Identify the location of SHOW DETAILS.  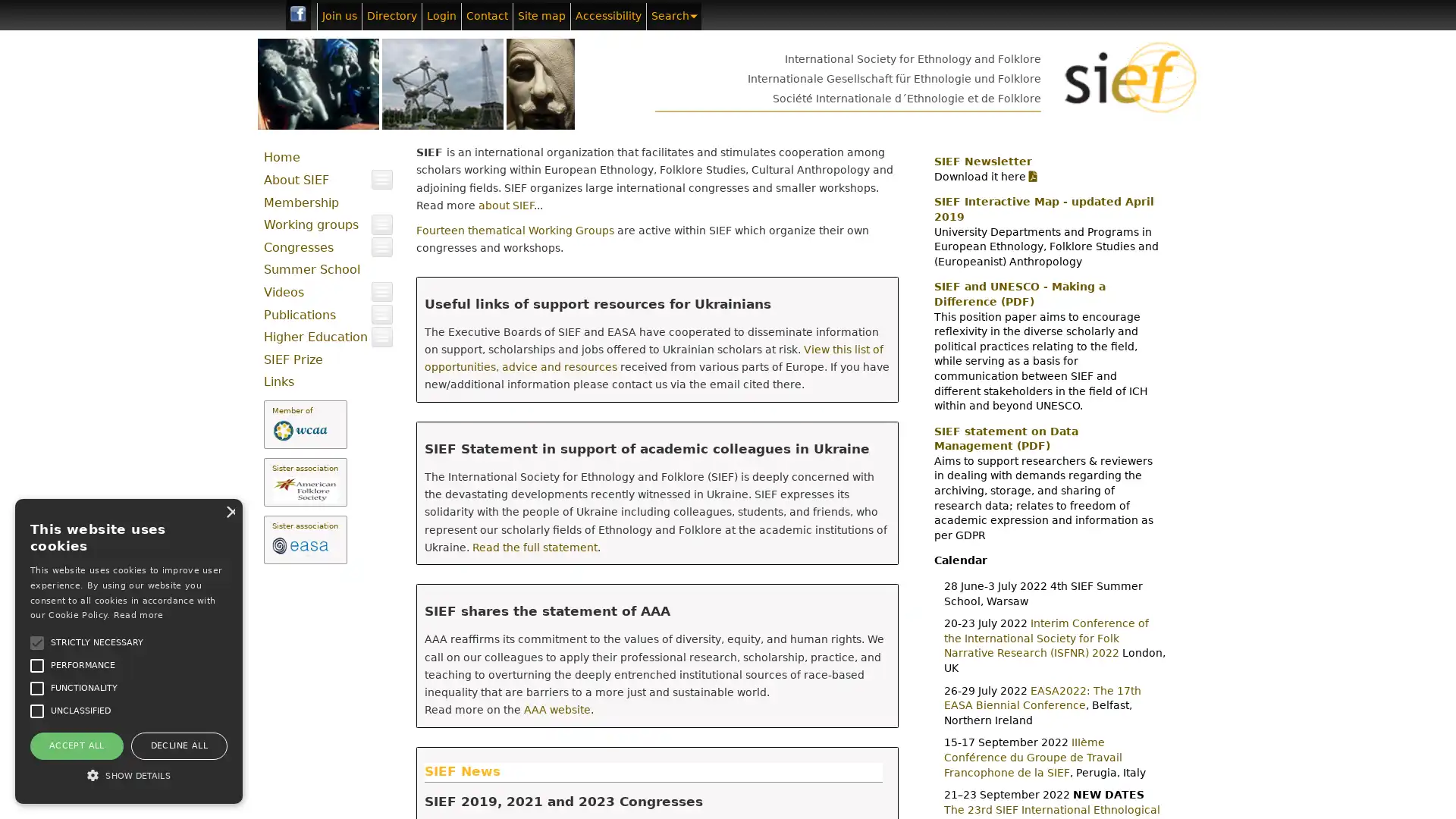
(128, 775).